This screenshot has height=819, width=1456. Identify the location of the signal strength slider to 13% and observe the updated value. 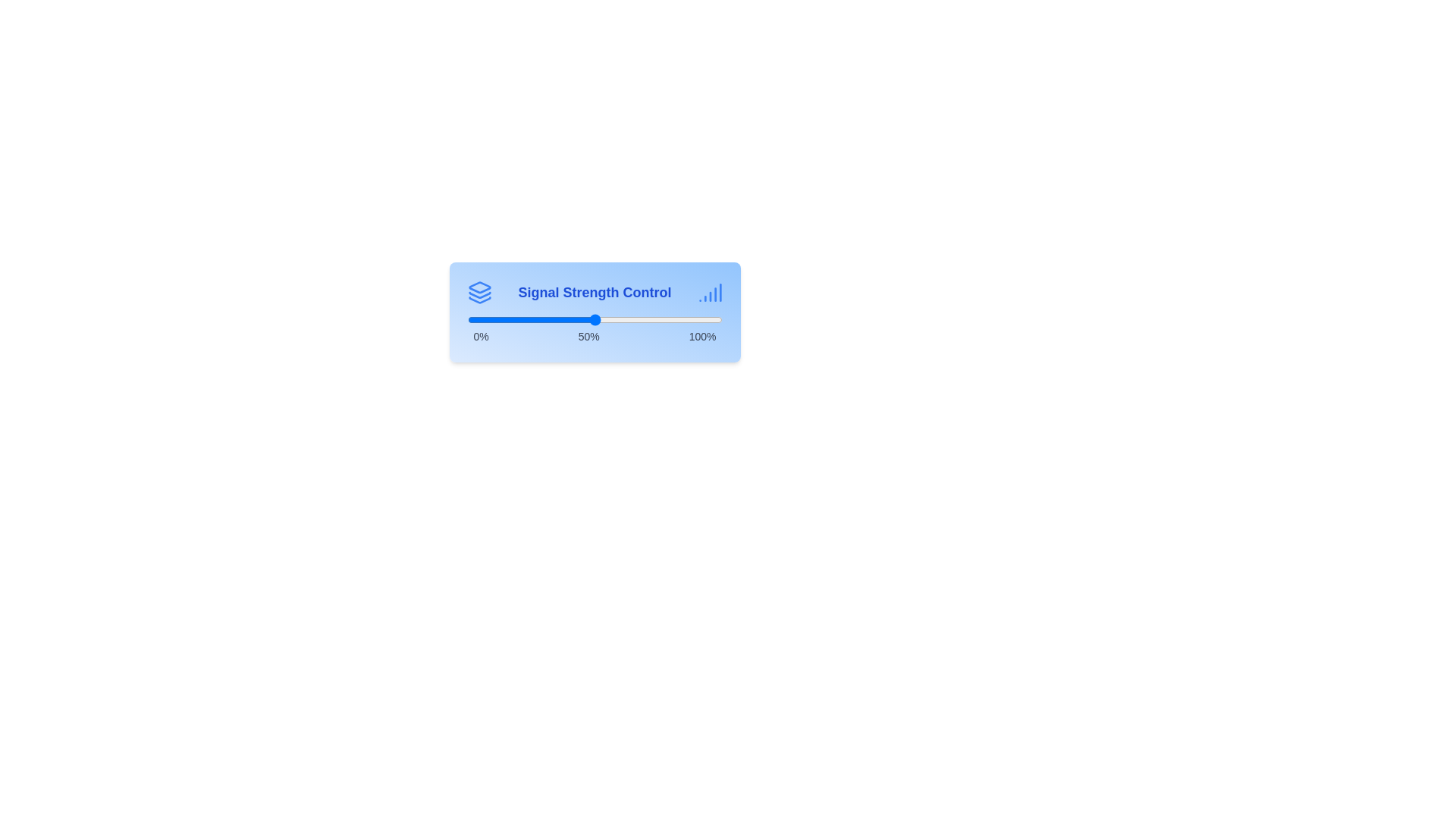
(500, 318).